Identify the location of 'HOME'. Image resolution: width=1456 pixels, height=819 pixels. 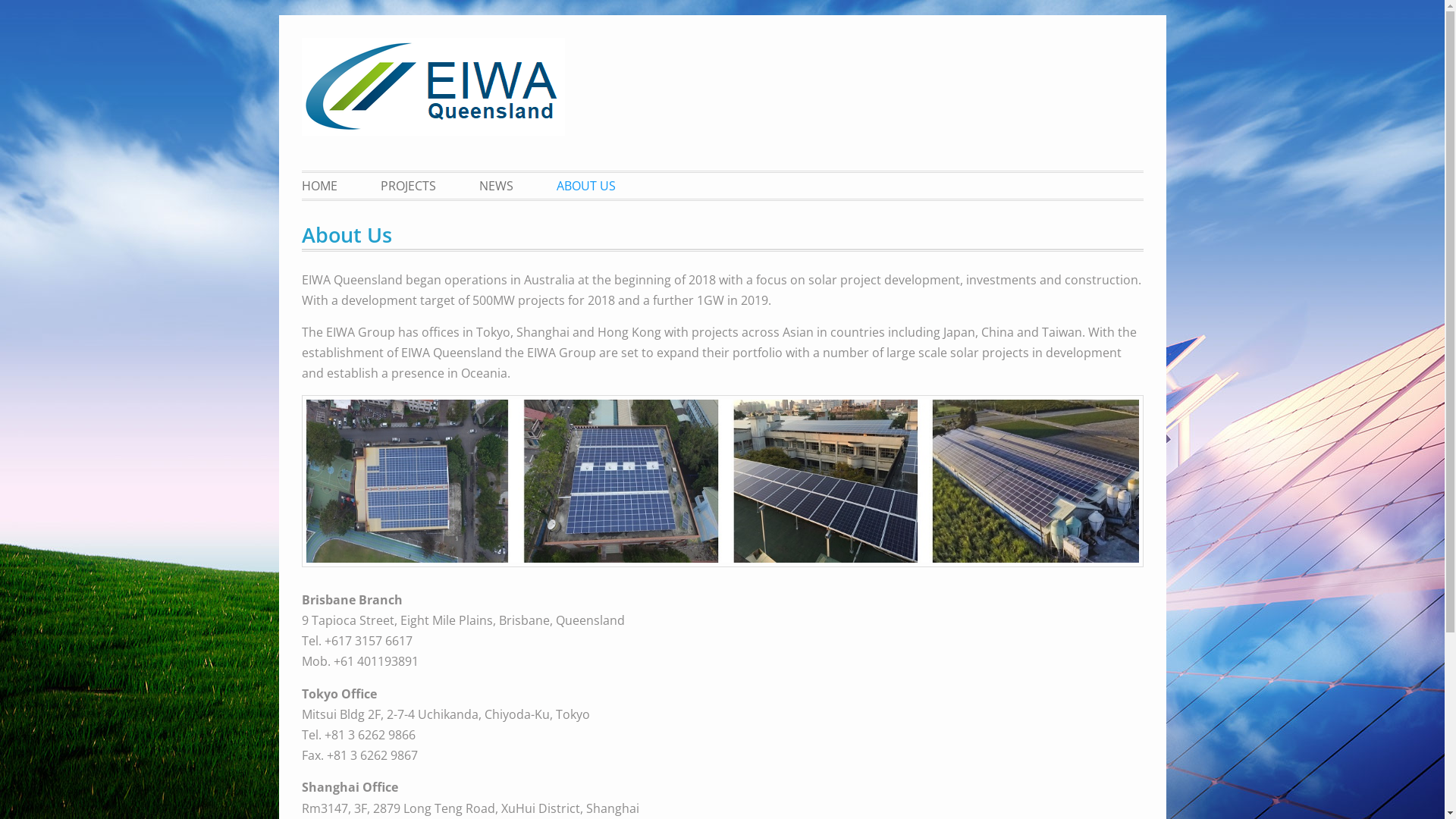
(328, 185).